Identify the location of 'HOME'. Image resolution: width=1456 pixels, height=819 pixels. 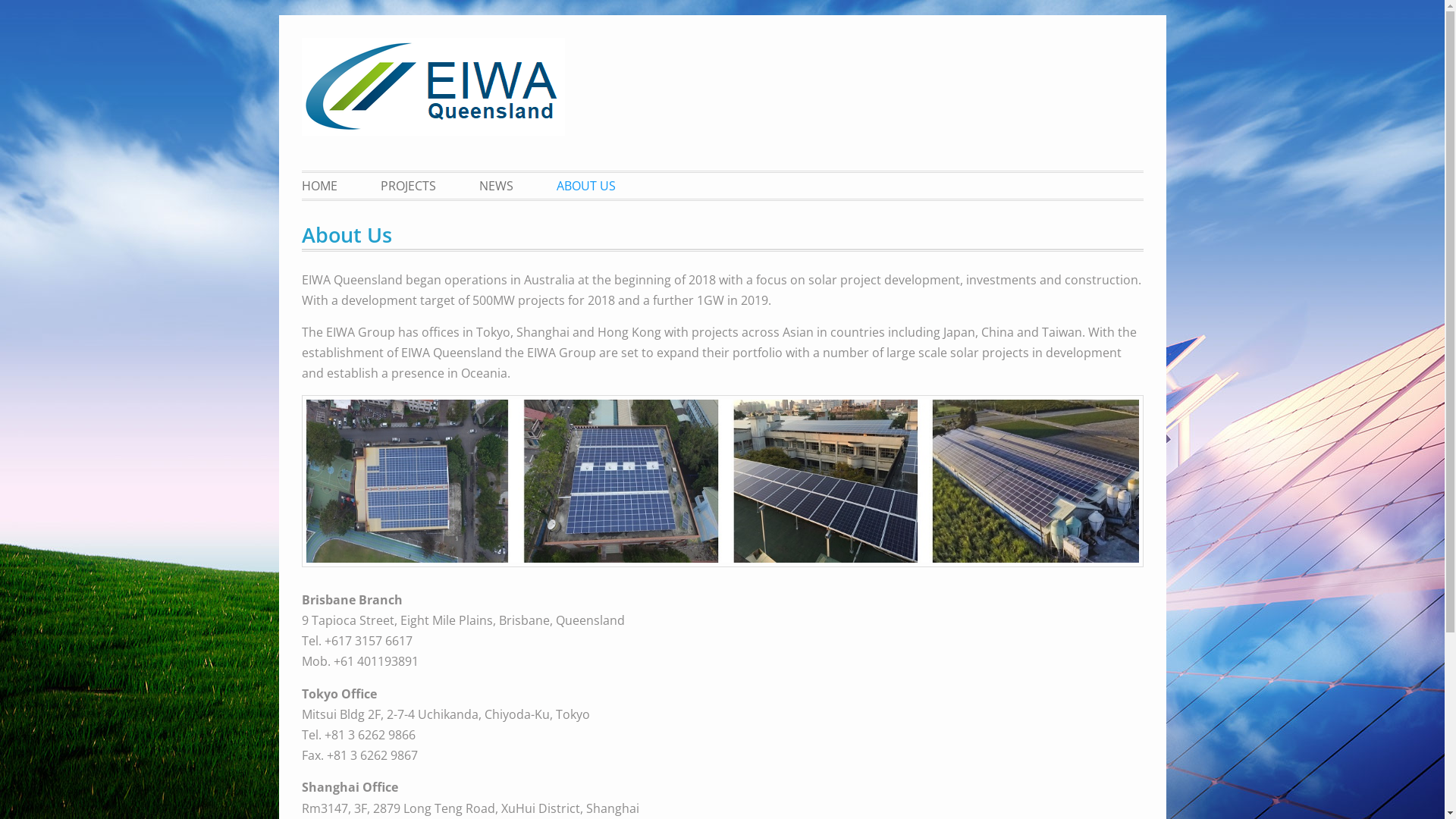
(328, 185).